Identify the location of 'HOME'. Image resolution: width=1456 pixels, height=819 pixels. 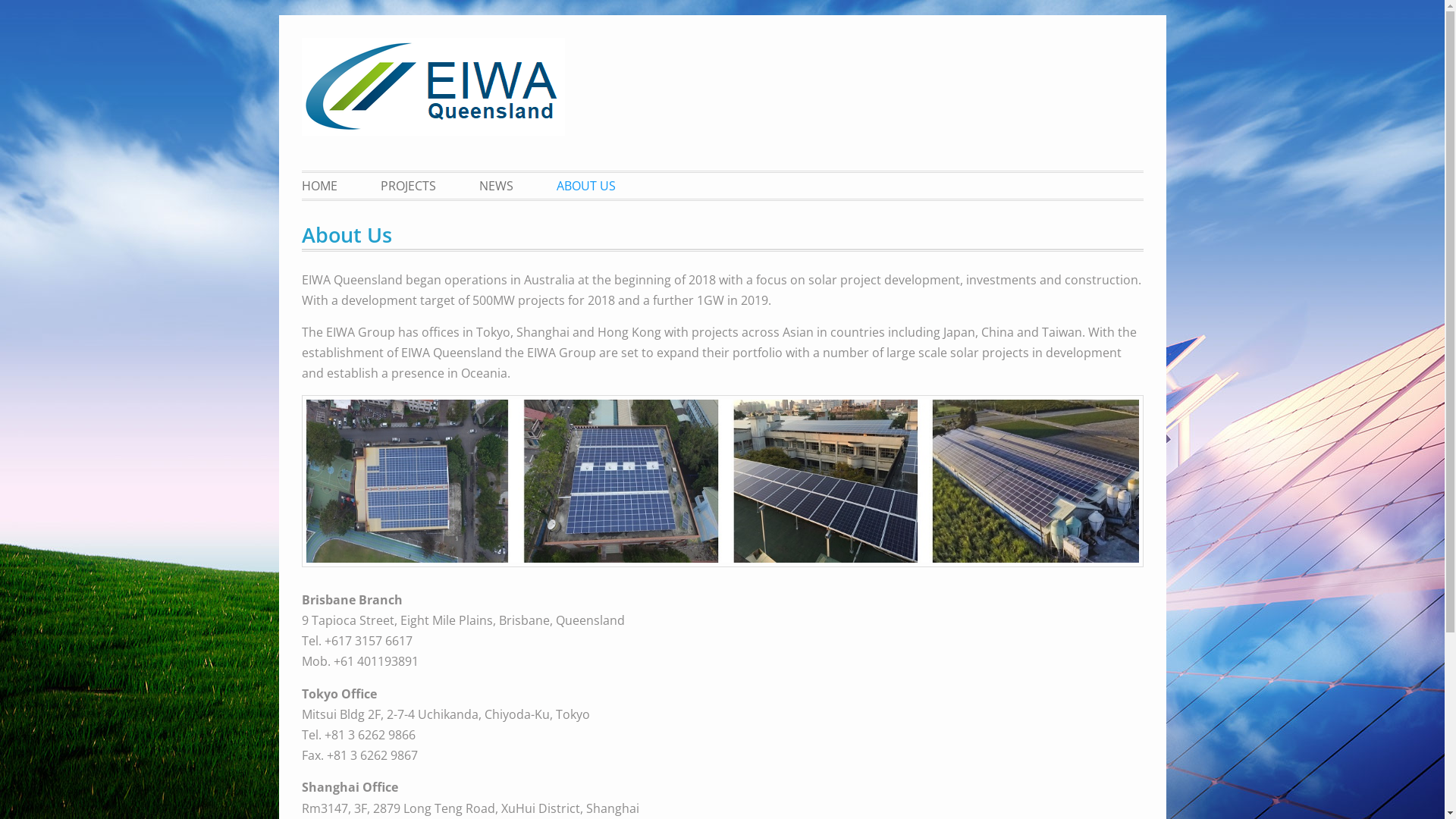
(328, 185).